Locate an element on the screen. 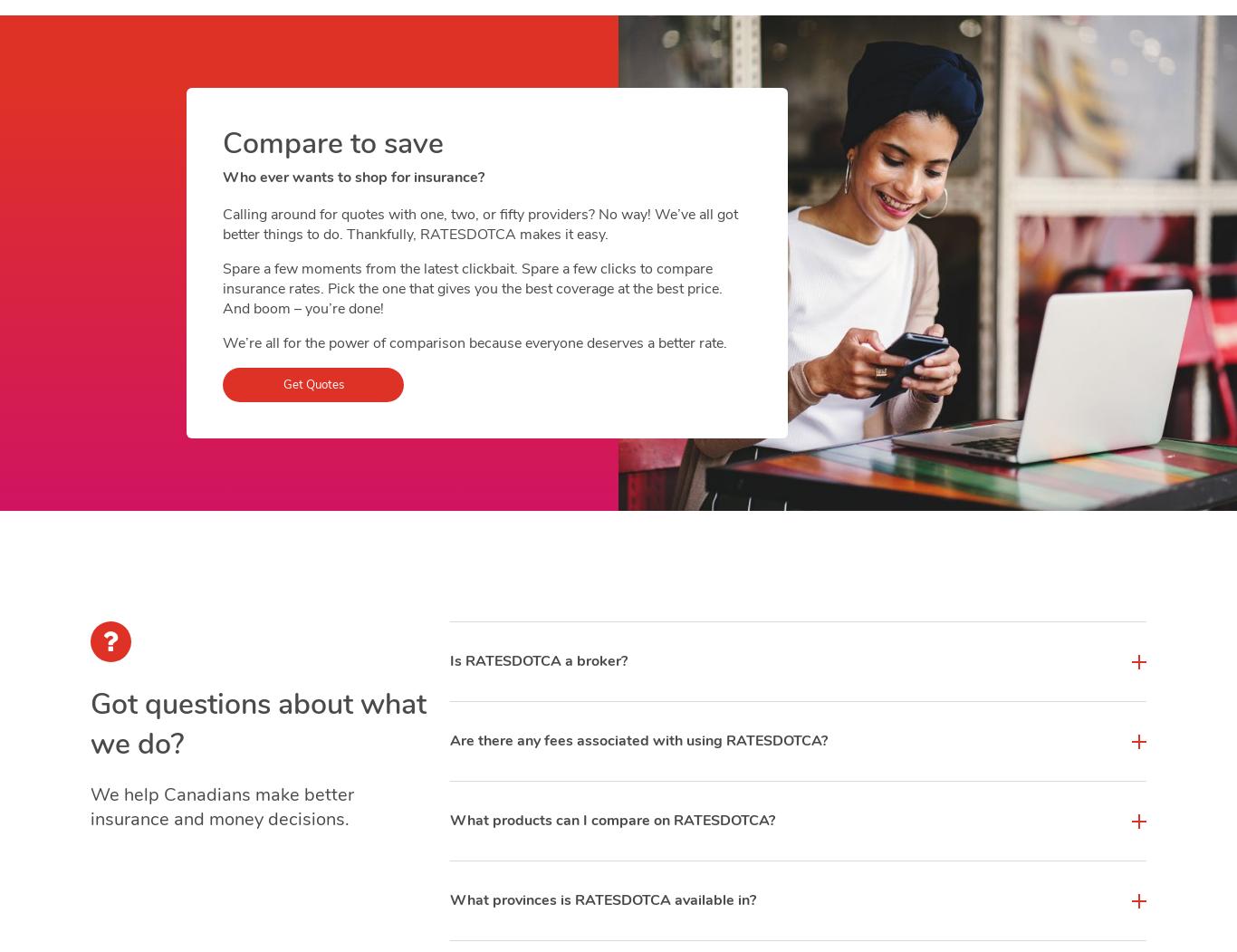 This screenshot has height=952, width=1237. 'Is RATESDOTCA a broker?' is located at coordinates (536, 661).